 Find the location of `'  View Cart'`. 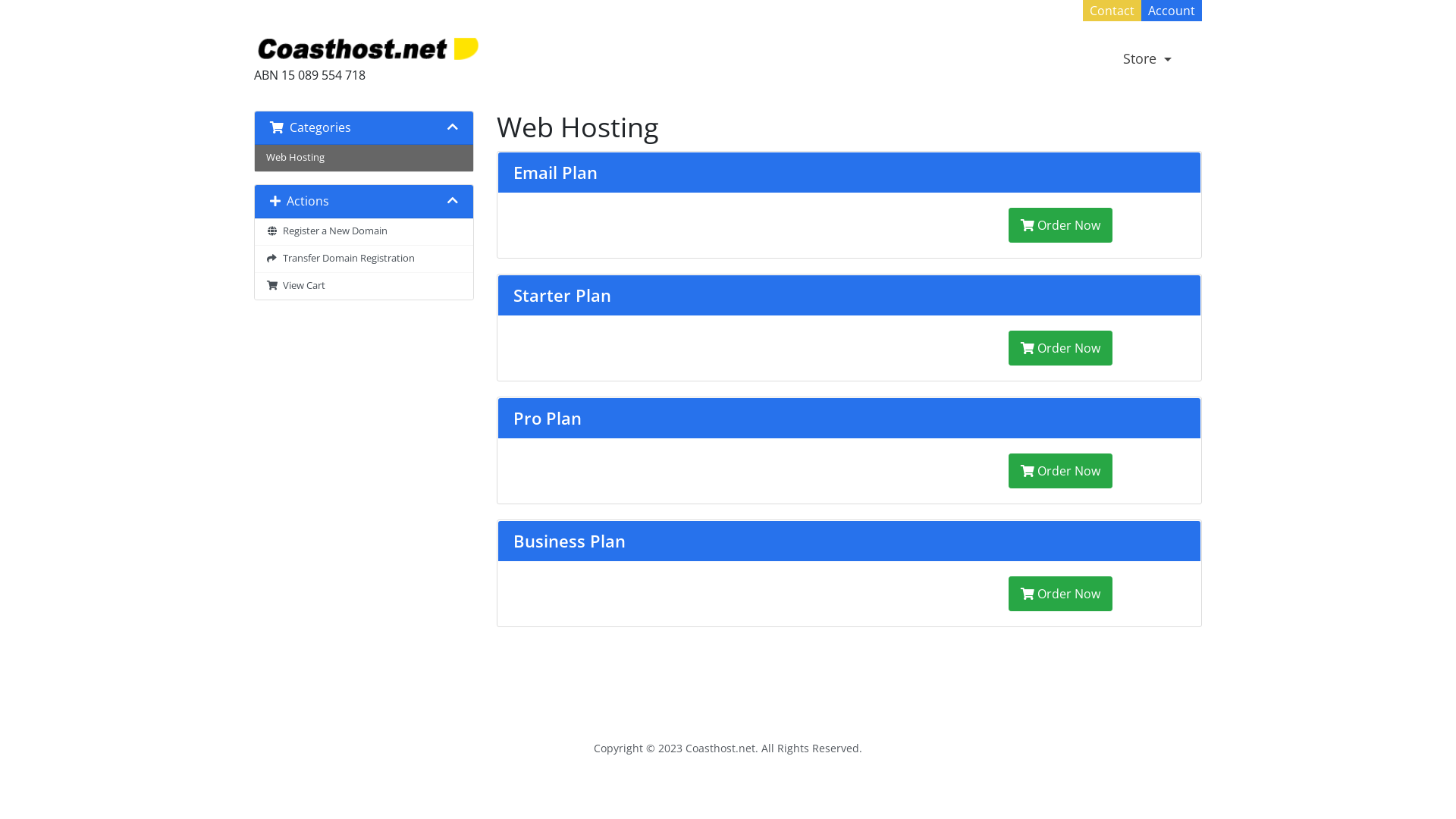

'  View Cart' is located at coordinates (364, 286).